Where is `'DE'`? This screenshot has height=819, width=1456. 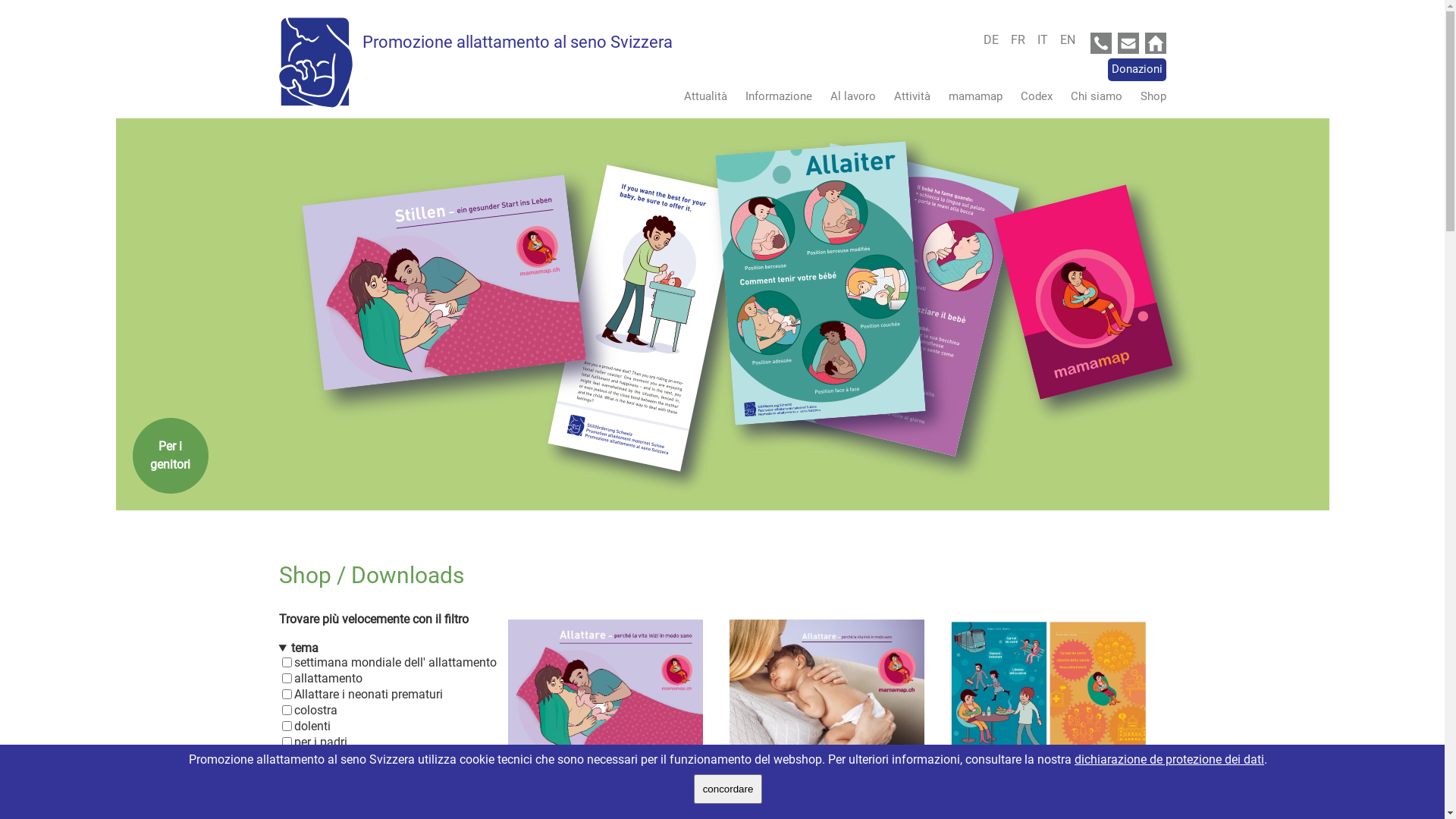 'DE' is located at coordinates (994, 39).